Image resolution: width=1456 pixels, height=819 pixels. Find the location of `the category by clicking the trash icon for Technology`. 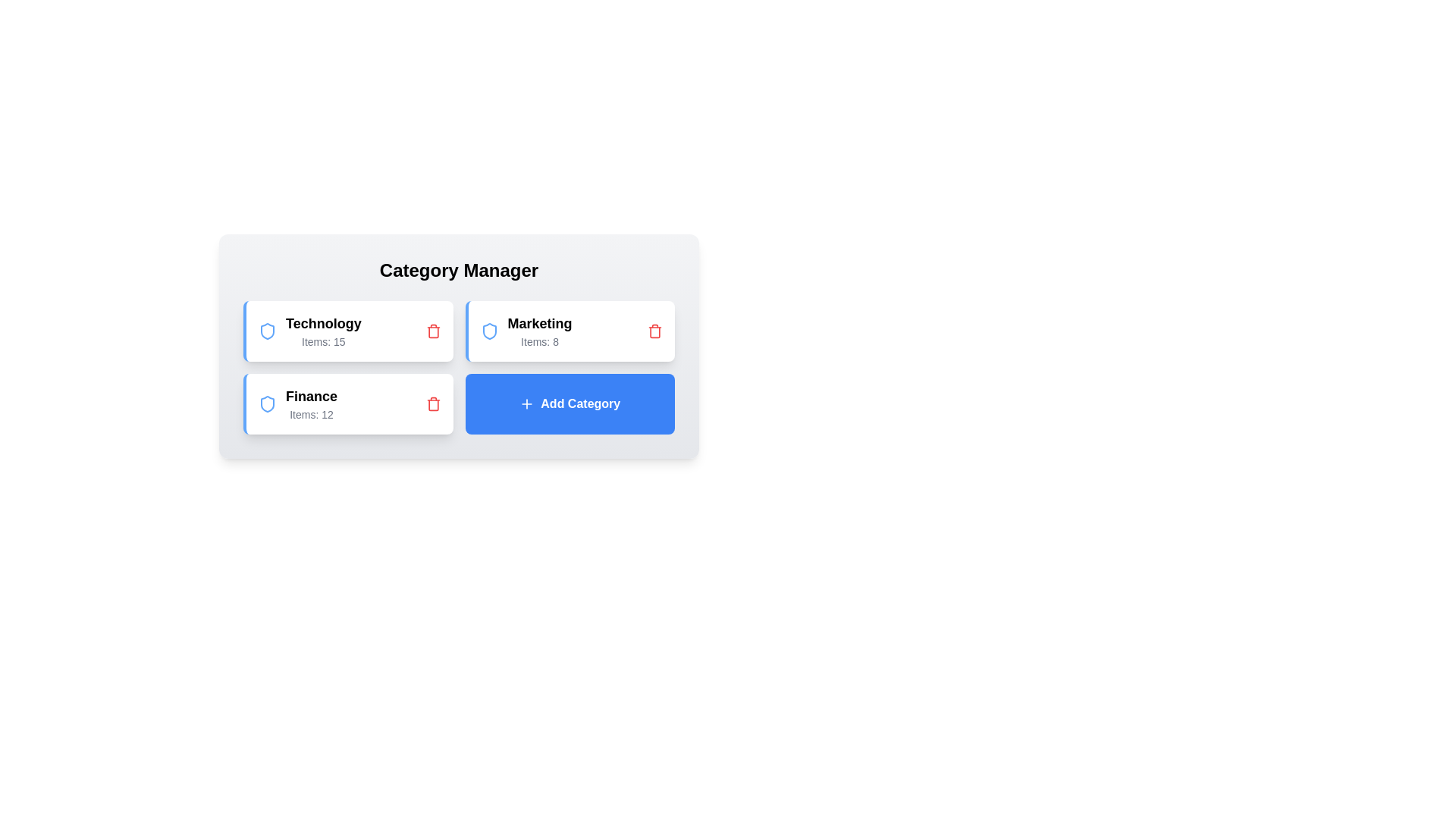

the category by clicking the trash icon for Technology is located at coordinates (432, 330).